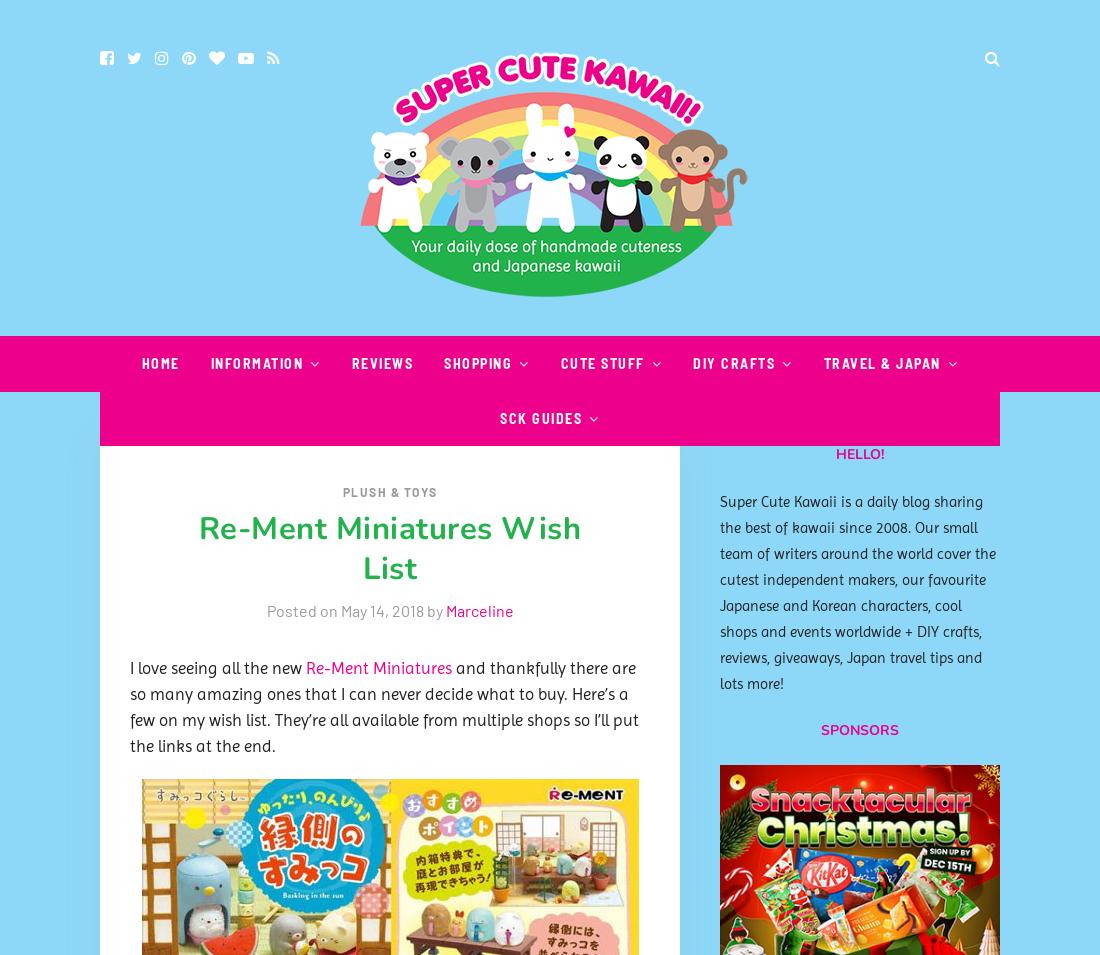 Image resolution: width=1100 pixels, height=955 pixels. Describe the element at coordinates (540, 417) in the screenshot. I see `'SCK Guides'` at that location.